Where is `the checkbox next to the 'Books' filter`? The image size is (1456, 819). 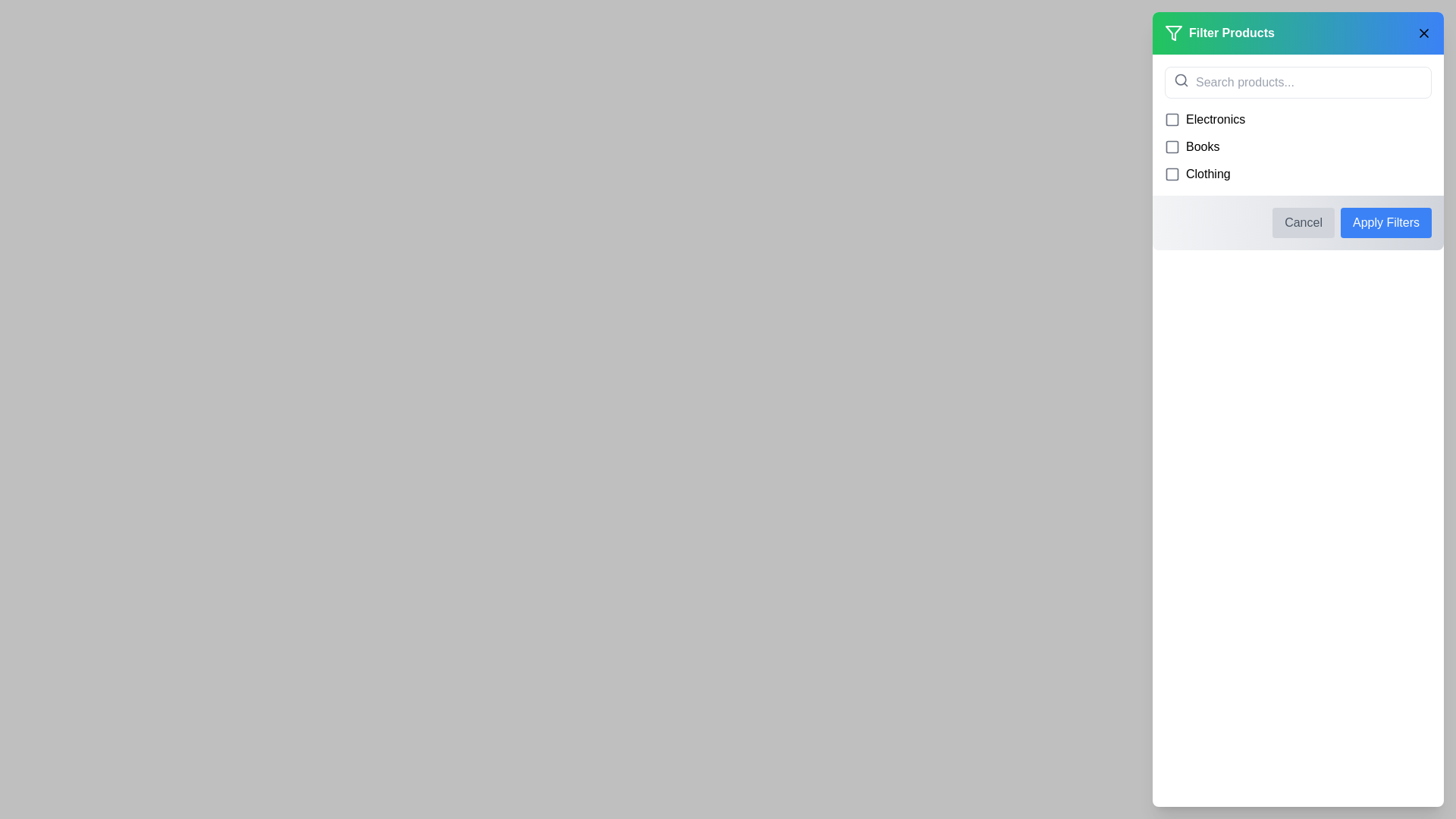
the checkbox next to the 'Books' filter is located at coordinates (1171, 146).